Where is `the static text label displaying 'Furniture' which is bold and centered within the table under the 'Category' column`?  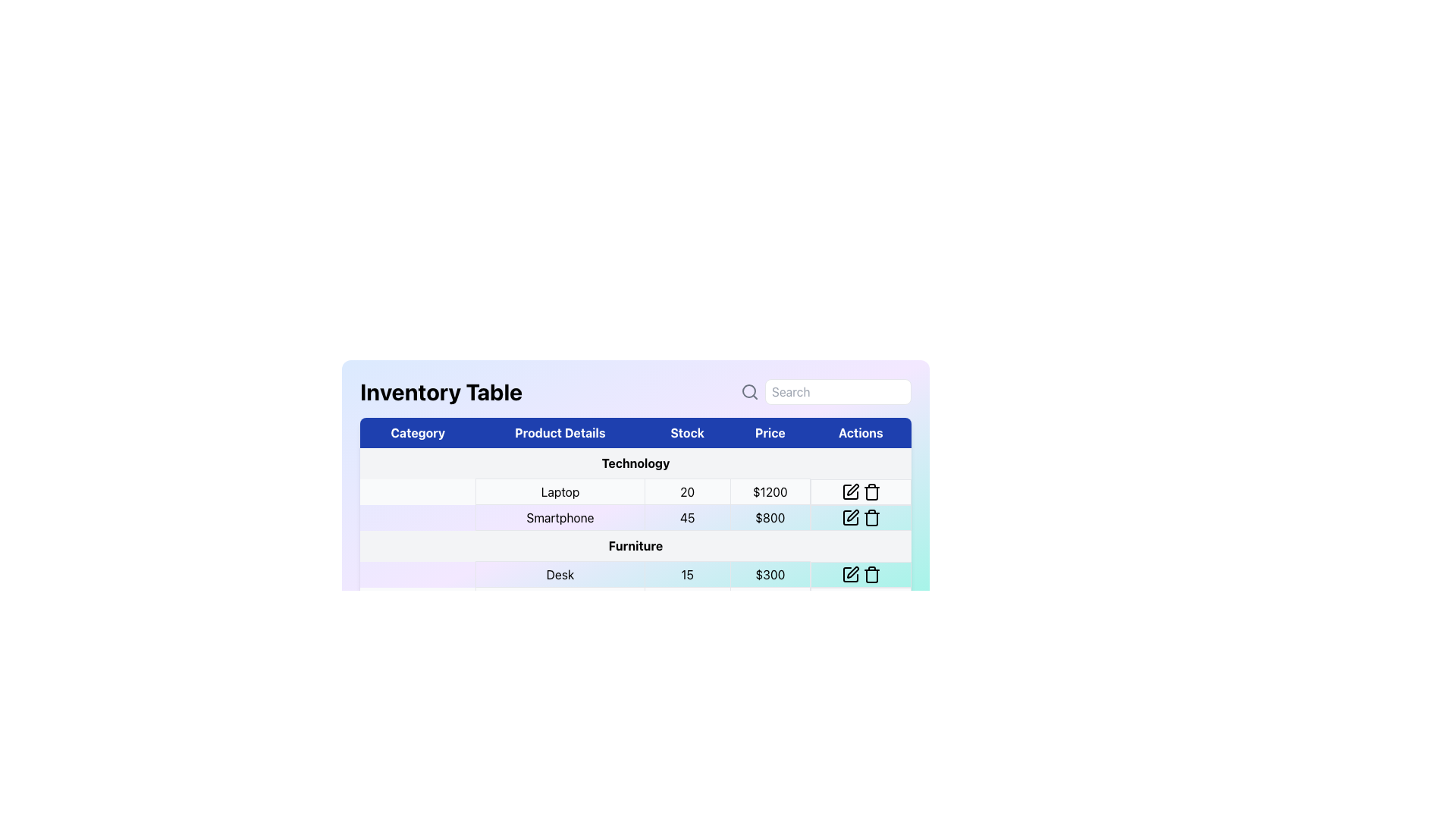 the static text label displaying 'Furniture' which is bold and centered within the table under the 'Category' column is located at coordinates (635, 546).